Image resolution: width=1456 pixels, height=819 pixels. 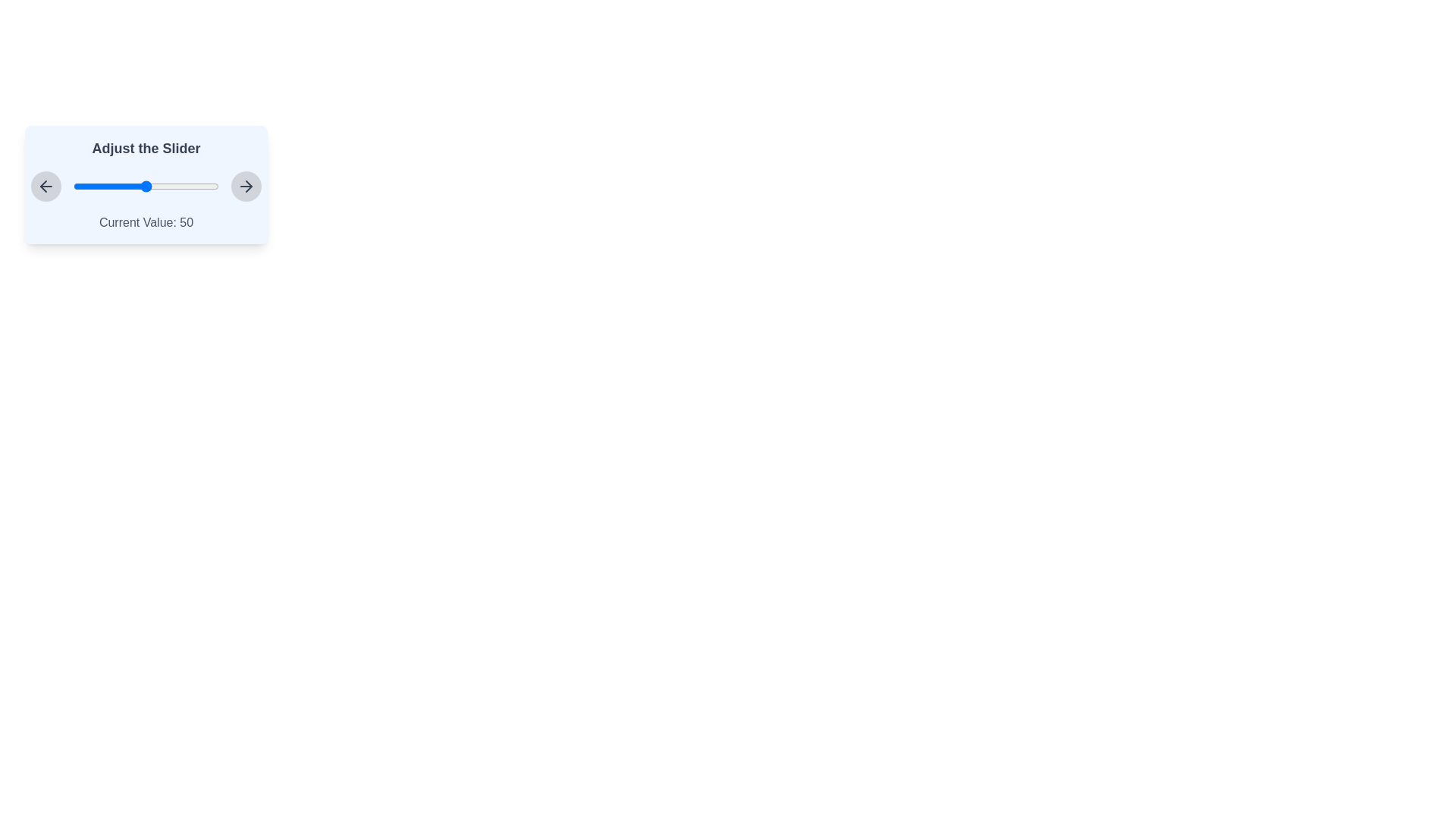 What do you see at coordinates (111, 186) in the screenshot?
I see `the slider` at bounding box center [111, 186].